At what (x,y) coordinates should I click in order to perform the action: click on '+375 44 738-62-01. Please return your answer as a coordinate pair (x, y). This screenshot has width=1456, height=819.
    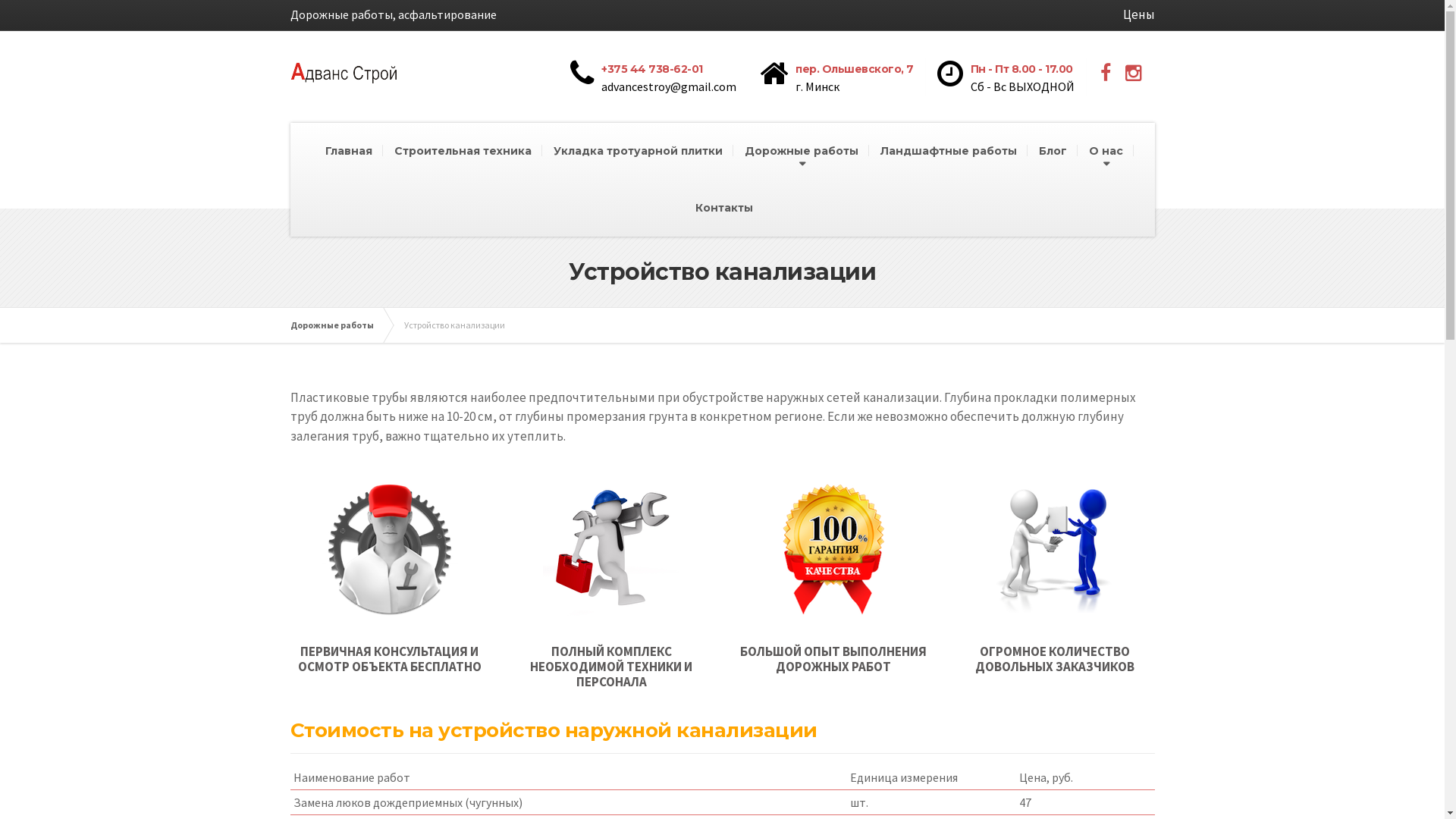
    Looking at the image, I should click on (659, 76).